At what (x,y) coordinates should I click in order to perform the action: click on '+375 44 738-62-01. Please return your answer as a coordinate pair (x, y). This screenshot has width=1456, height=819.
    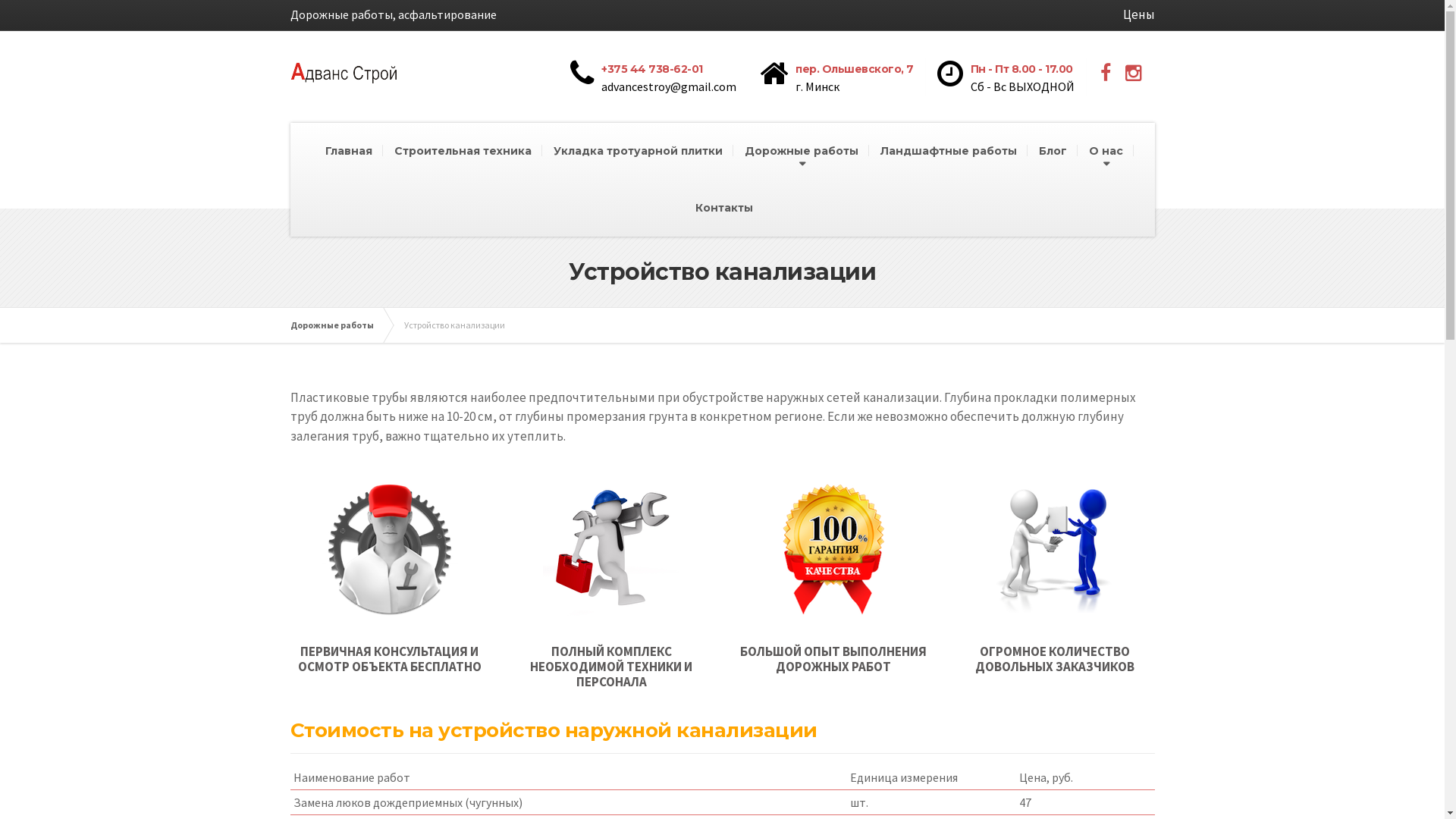
    Looking at the image, I should click on (659, 76).